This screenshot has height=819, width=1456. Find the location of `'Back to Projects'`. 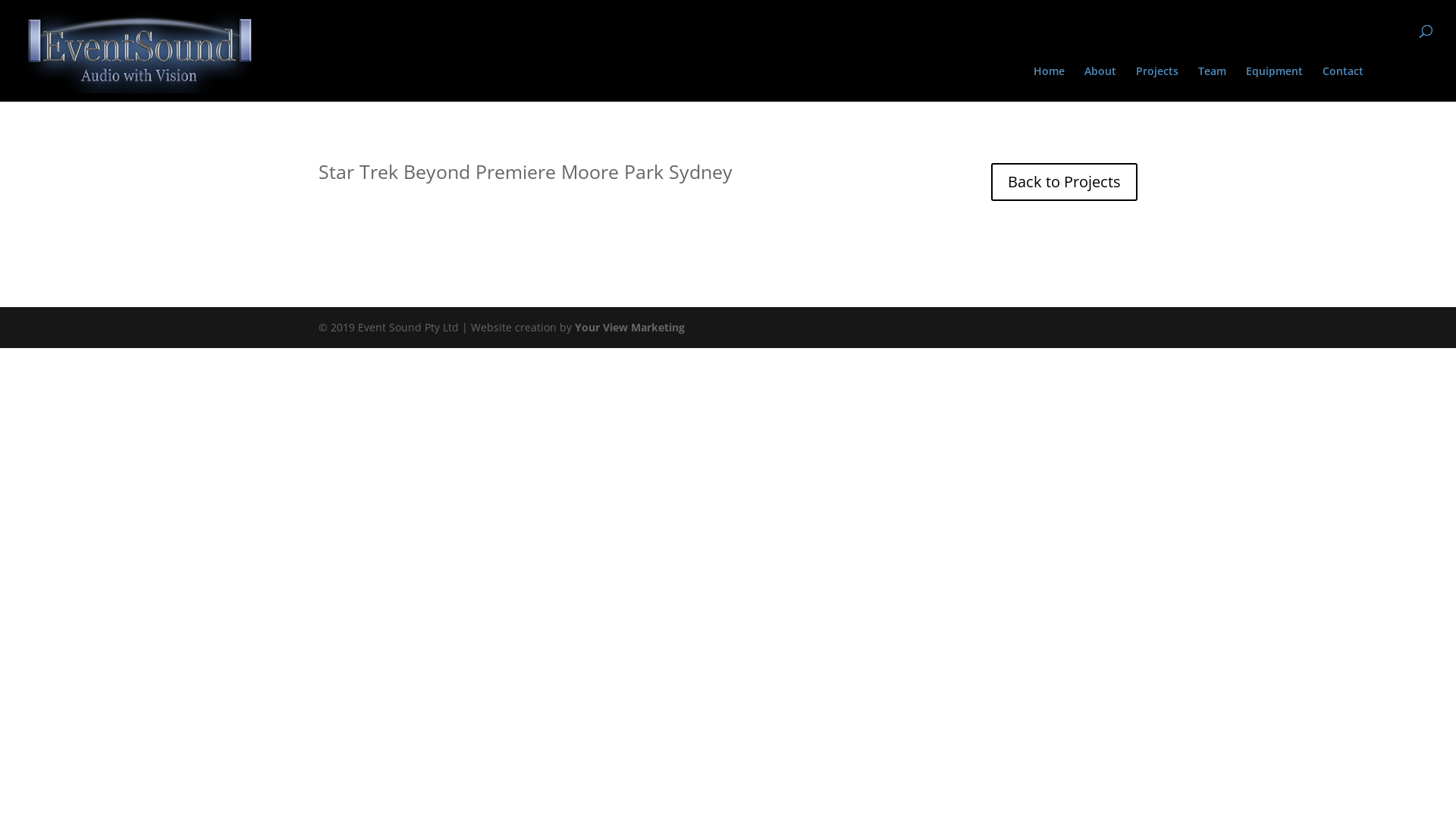

'Back to Projects' is located at coordinates (990, 180).